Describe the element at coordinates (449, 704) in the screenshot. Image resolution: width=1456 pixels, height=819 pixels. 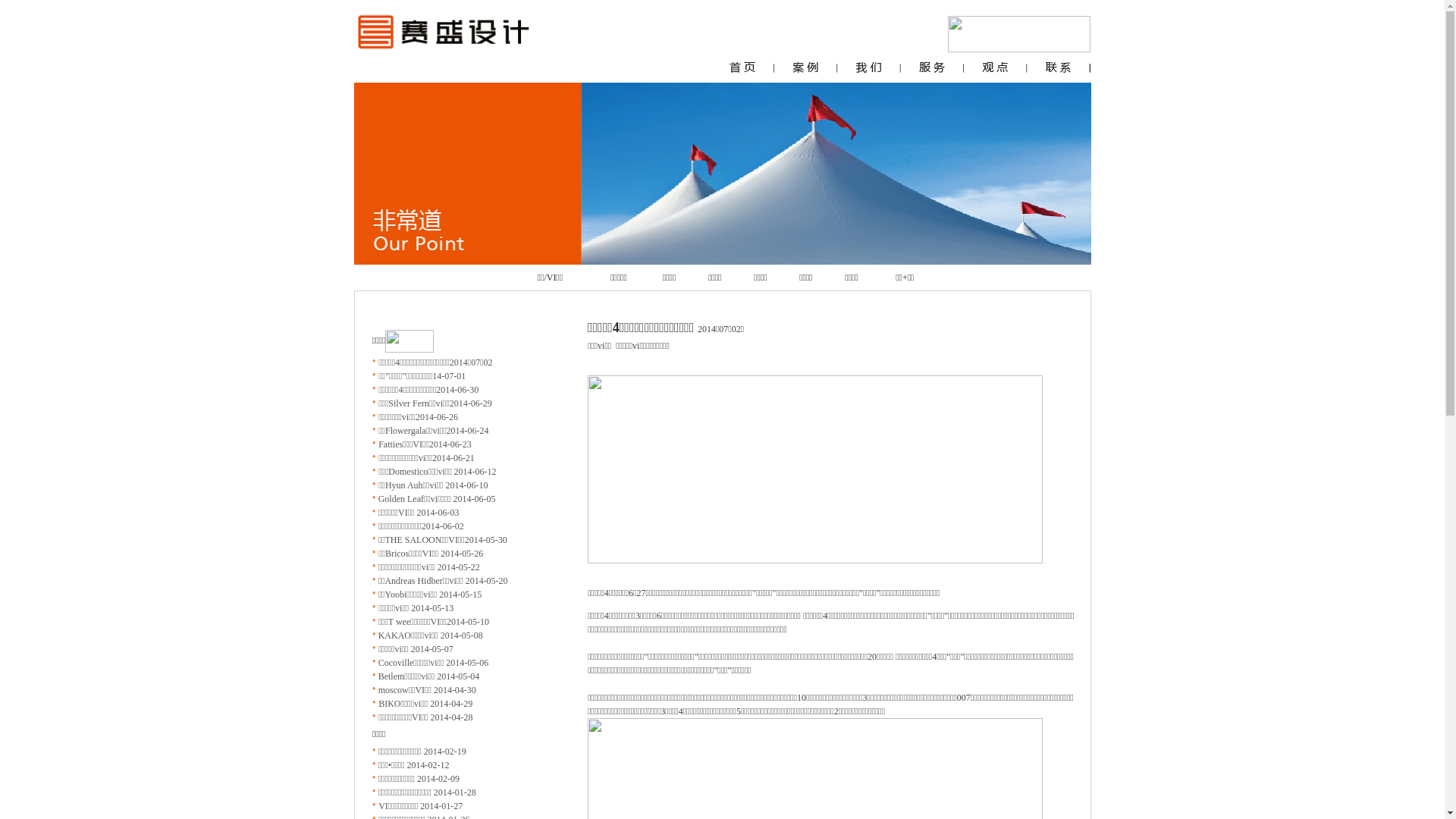
I see `'2014-04-29'` at that location.